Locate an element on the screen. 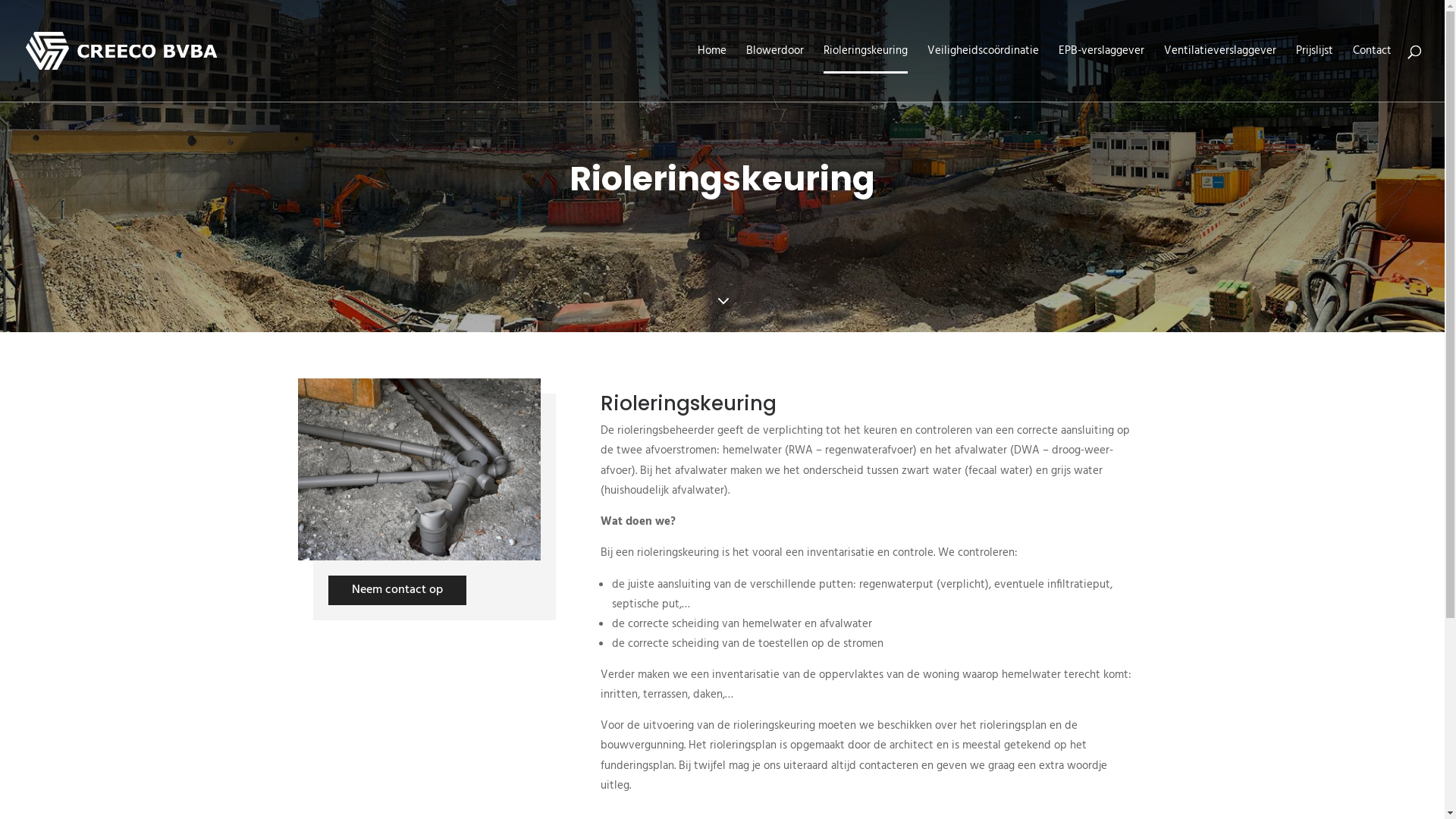 The height and width of the screenshot is (819, 1456). 'Rioleringskeuring' is located at coordinates (865, 73).